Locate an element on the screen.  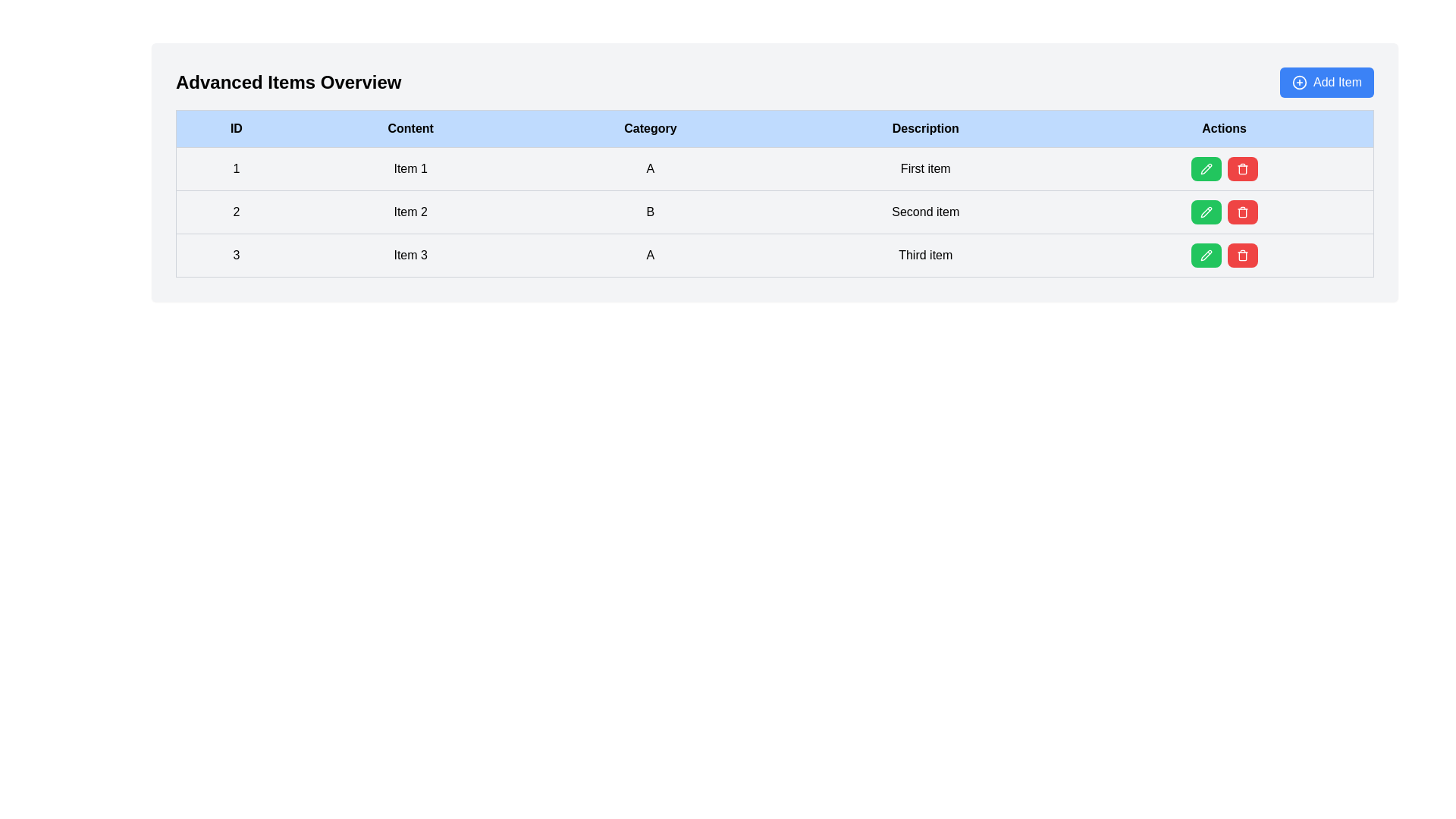
the table cell displaying the text 'First item' in the 'Description' column of the first row is located at coordinates (924, 169).